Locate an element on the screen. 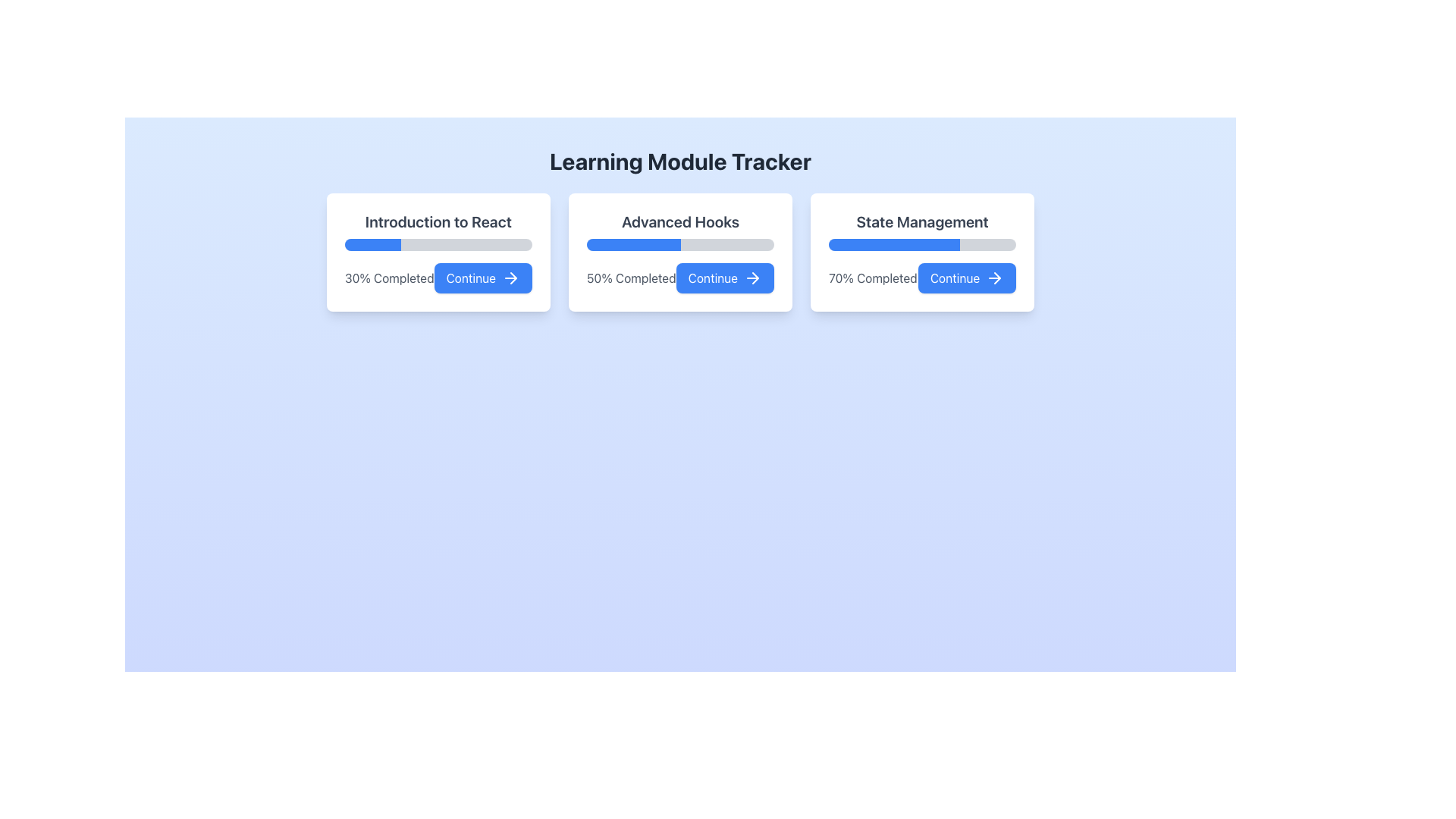  the 'Continue' button located in the bottom-right section of the 'Advanced Hooks' card is located at coordinates (724, 278).